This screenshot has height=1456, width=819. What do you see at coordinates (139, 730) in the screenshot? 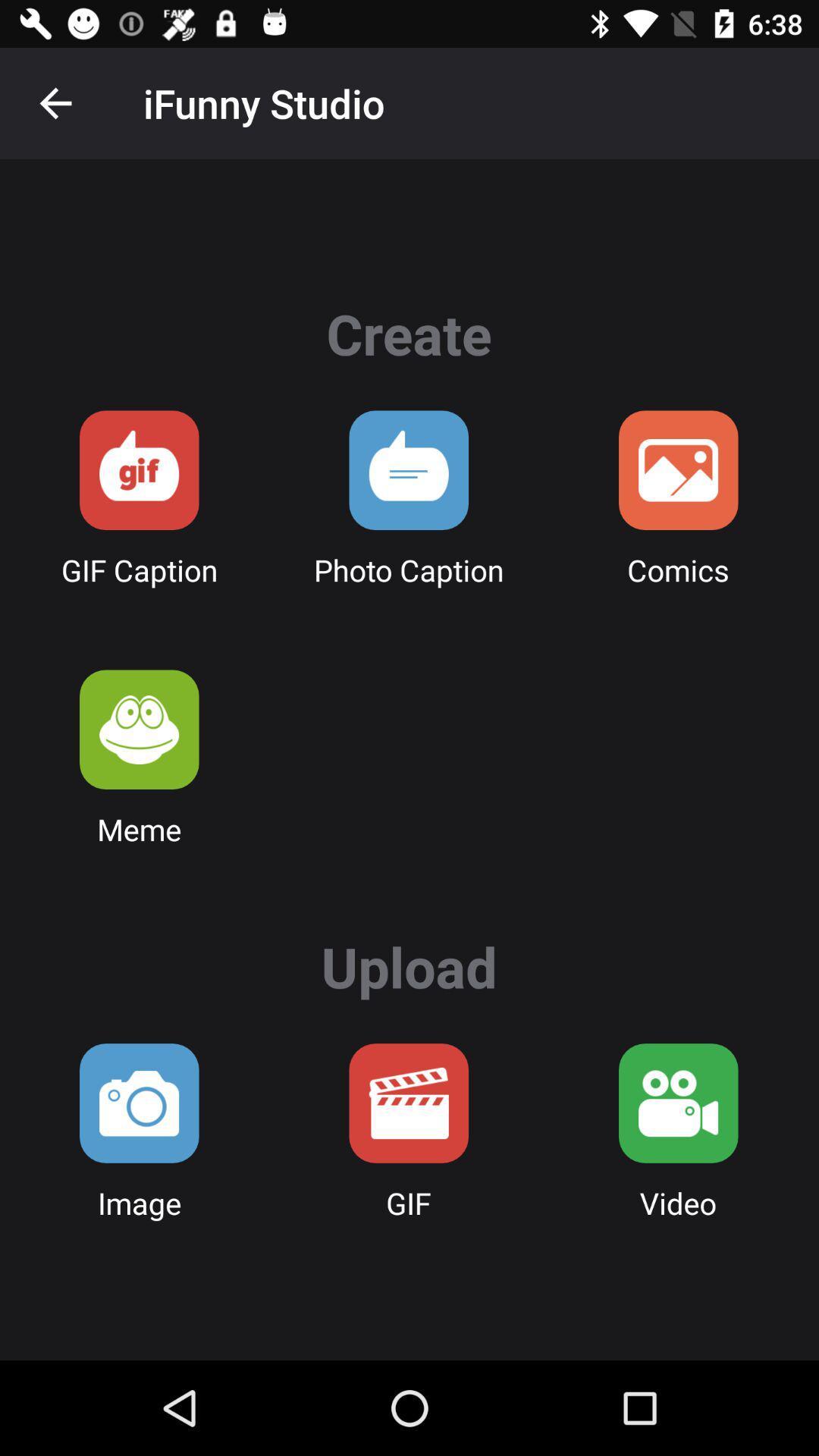
I see `a meme` at bounding box center [139, 730].